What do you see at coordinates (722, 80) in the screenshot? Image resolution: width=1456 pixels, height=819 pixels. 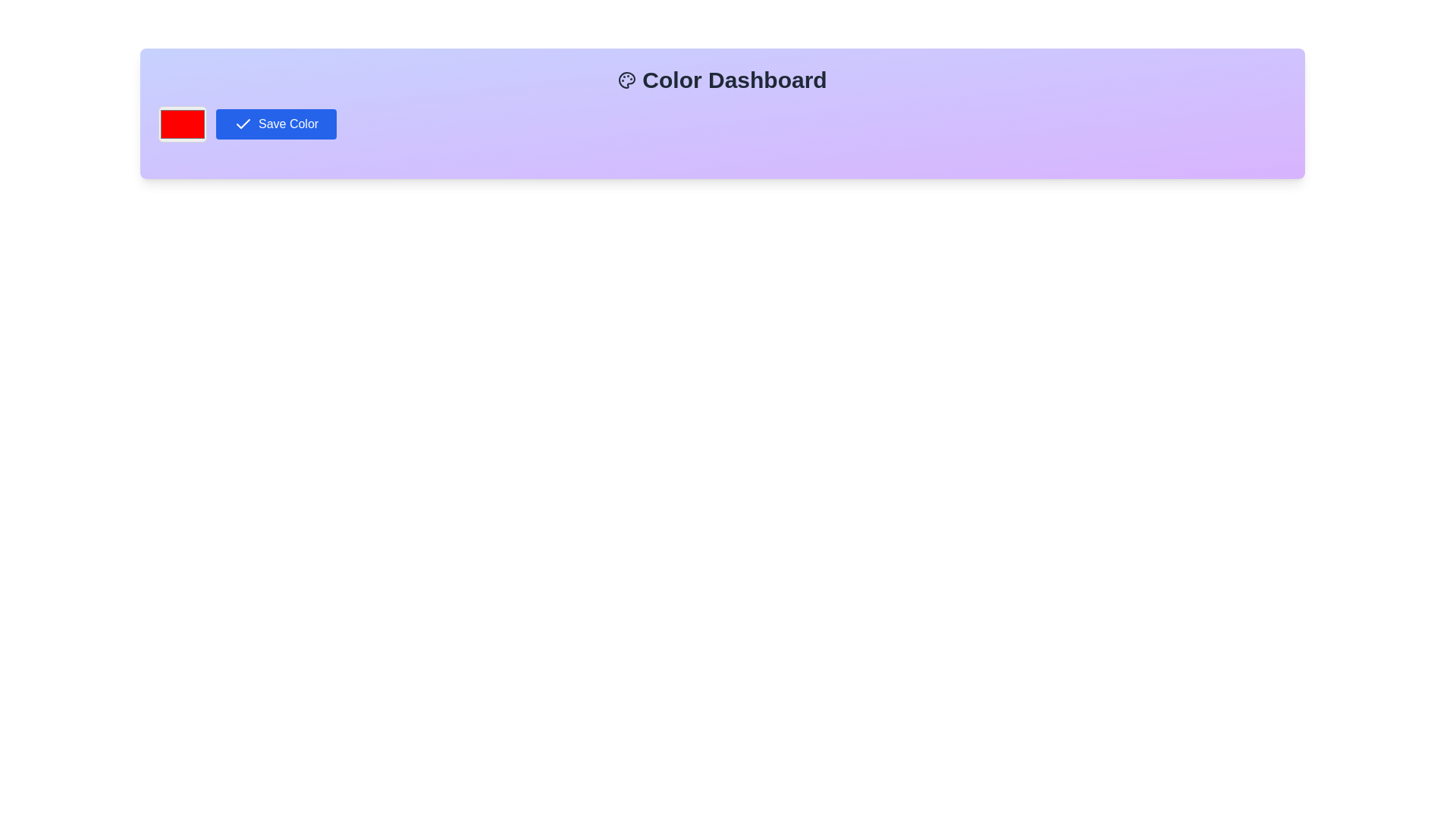 I see `the Static text heading at the top of the dashboard, which serves as the title of the dashboard` at bounding box center [722, 80].